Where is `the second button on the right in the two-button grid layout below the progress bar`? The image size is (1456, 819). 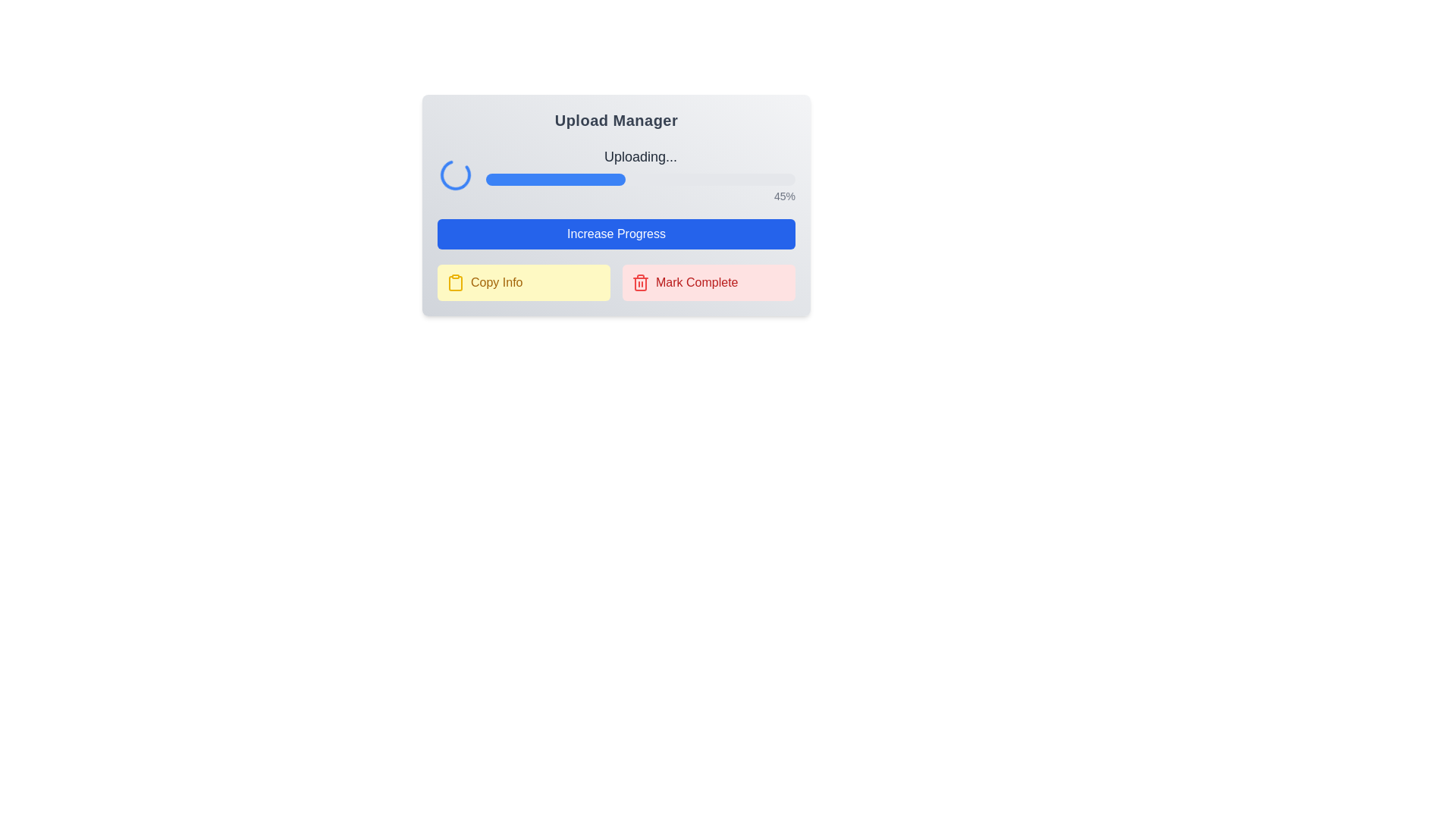
the second button on the right in the two-button grid layout below the progress bar is located at coordinates (708, 283).